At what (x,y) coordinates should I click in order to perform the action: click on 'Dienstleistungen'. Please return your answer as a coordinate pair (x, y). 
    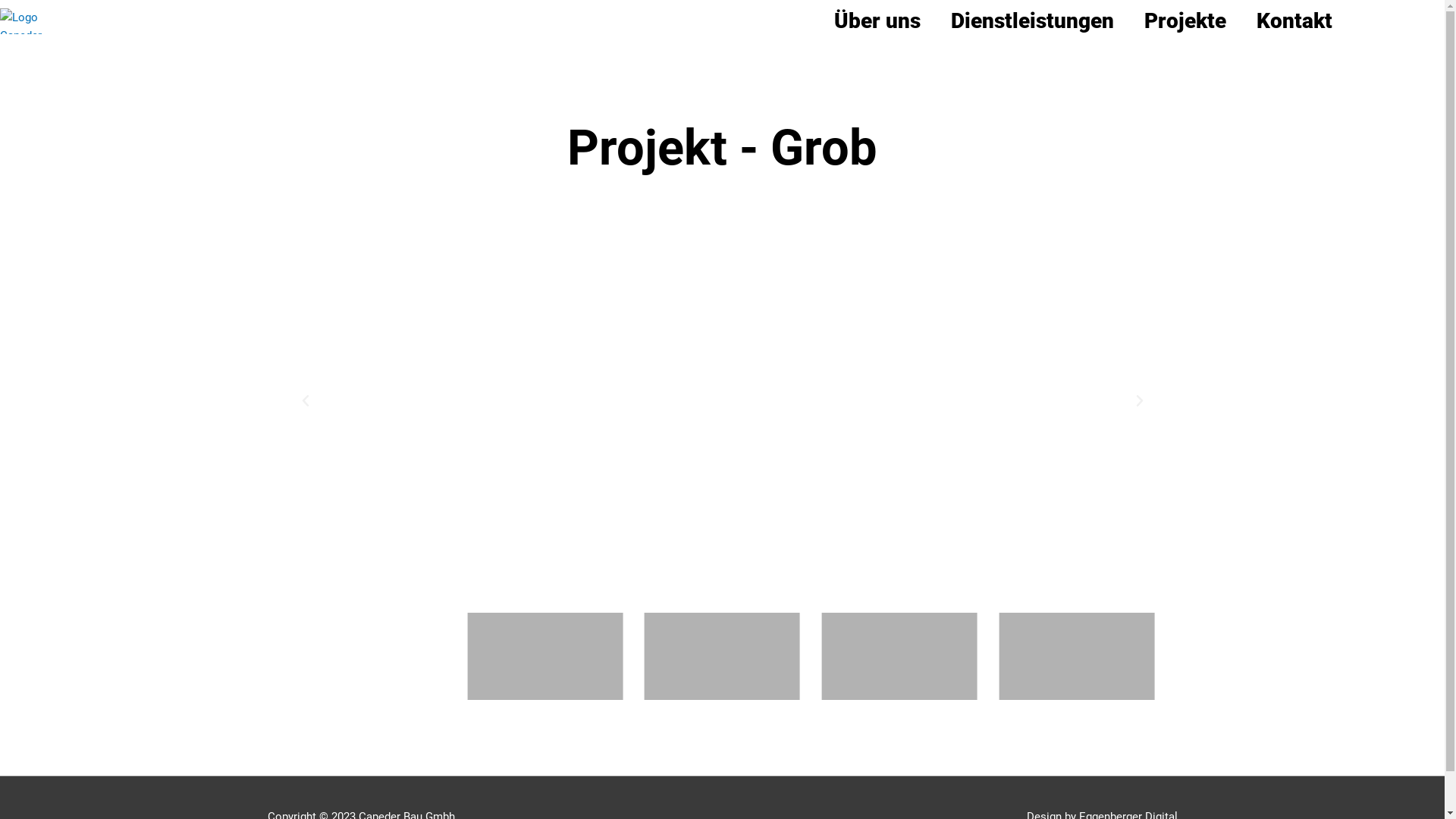
    Looking at the image, I should click on (1031, 20).